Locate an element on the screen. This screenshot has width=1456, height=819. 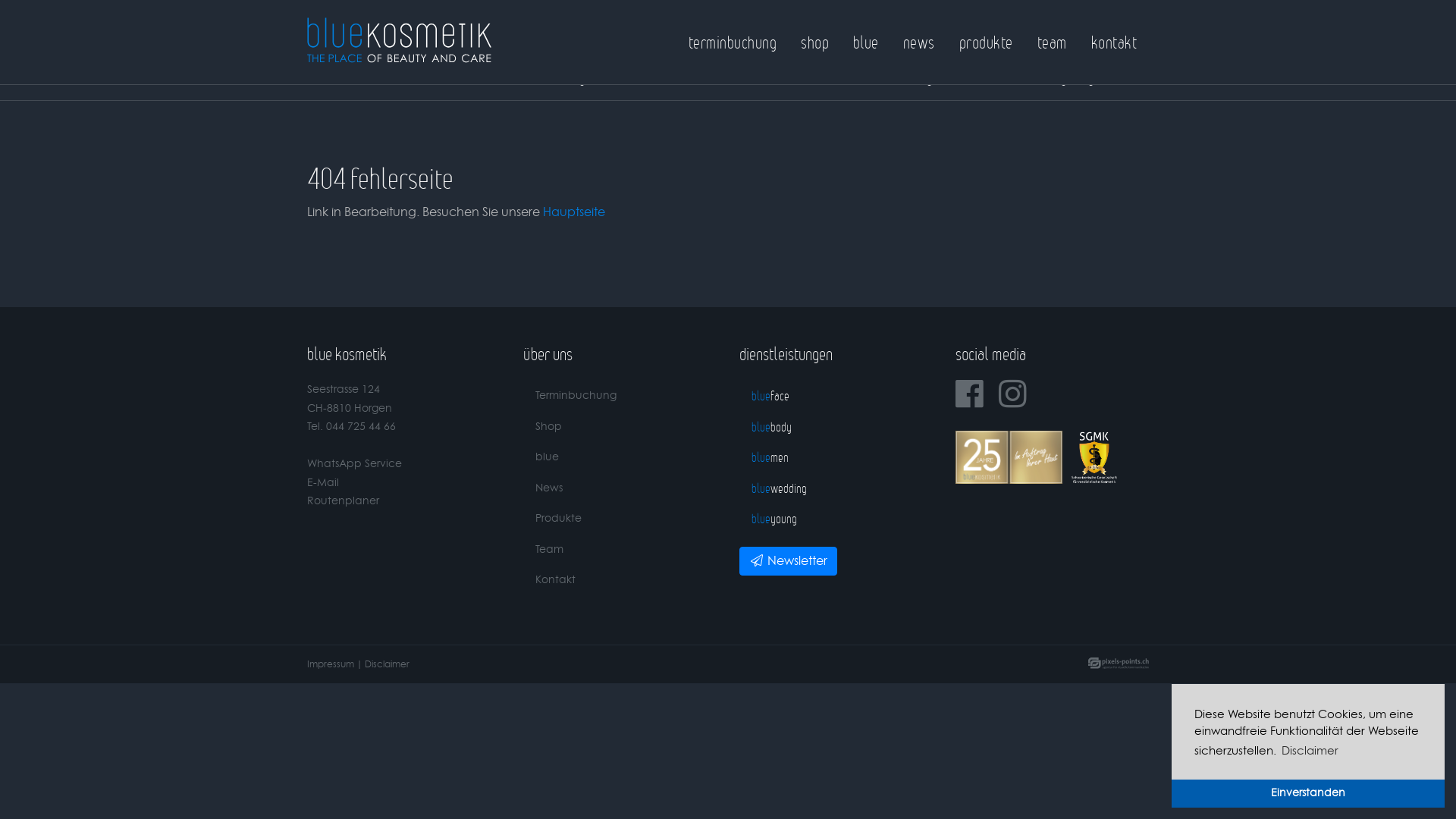
'Kontakt' is located at coordinates (523, 580).